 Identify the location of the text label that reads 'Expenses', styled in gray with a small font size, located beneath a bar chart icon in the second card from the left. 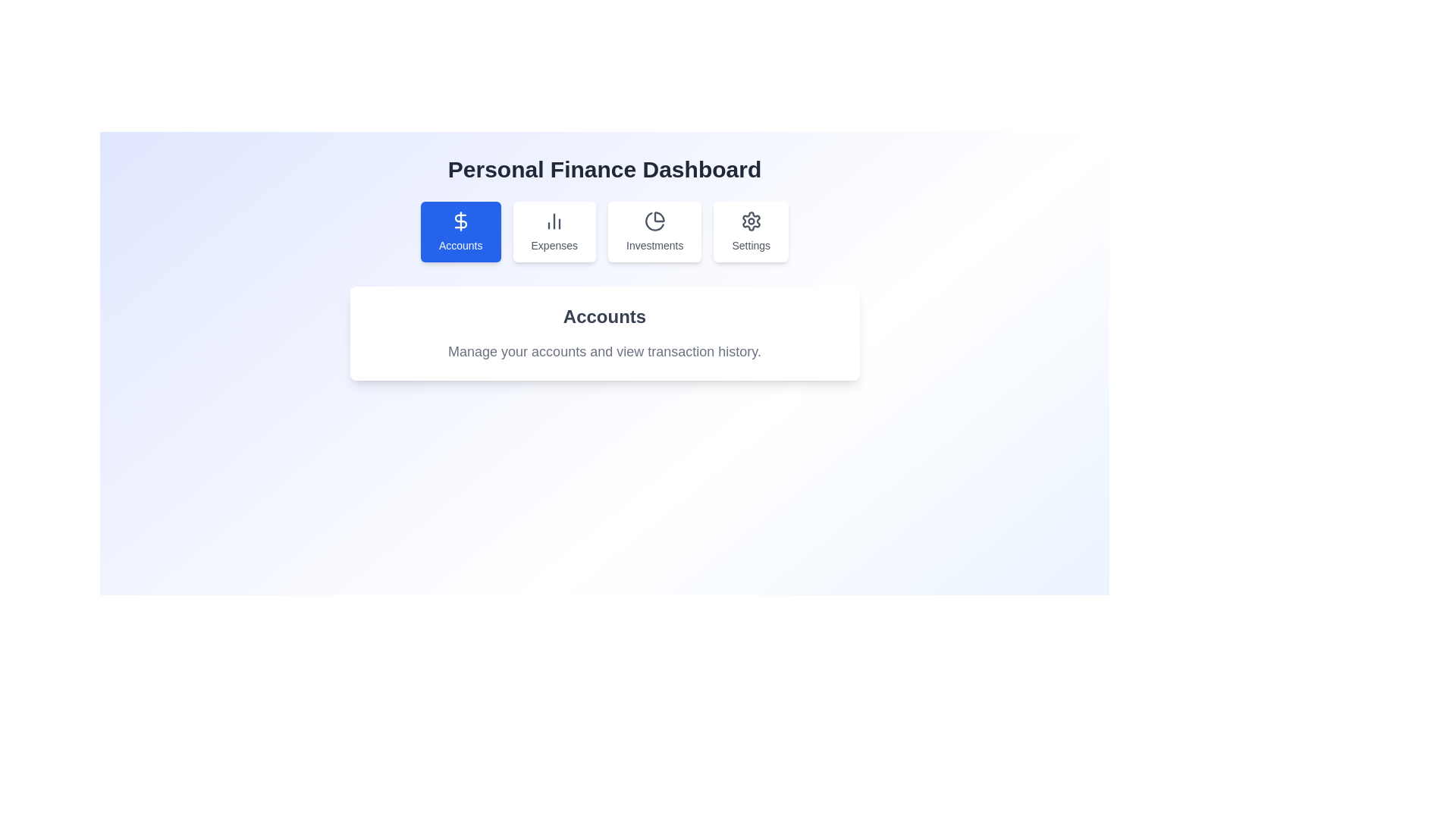
(554, 245).